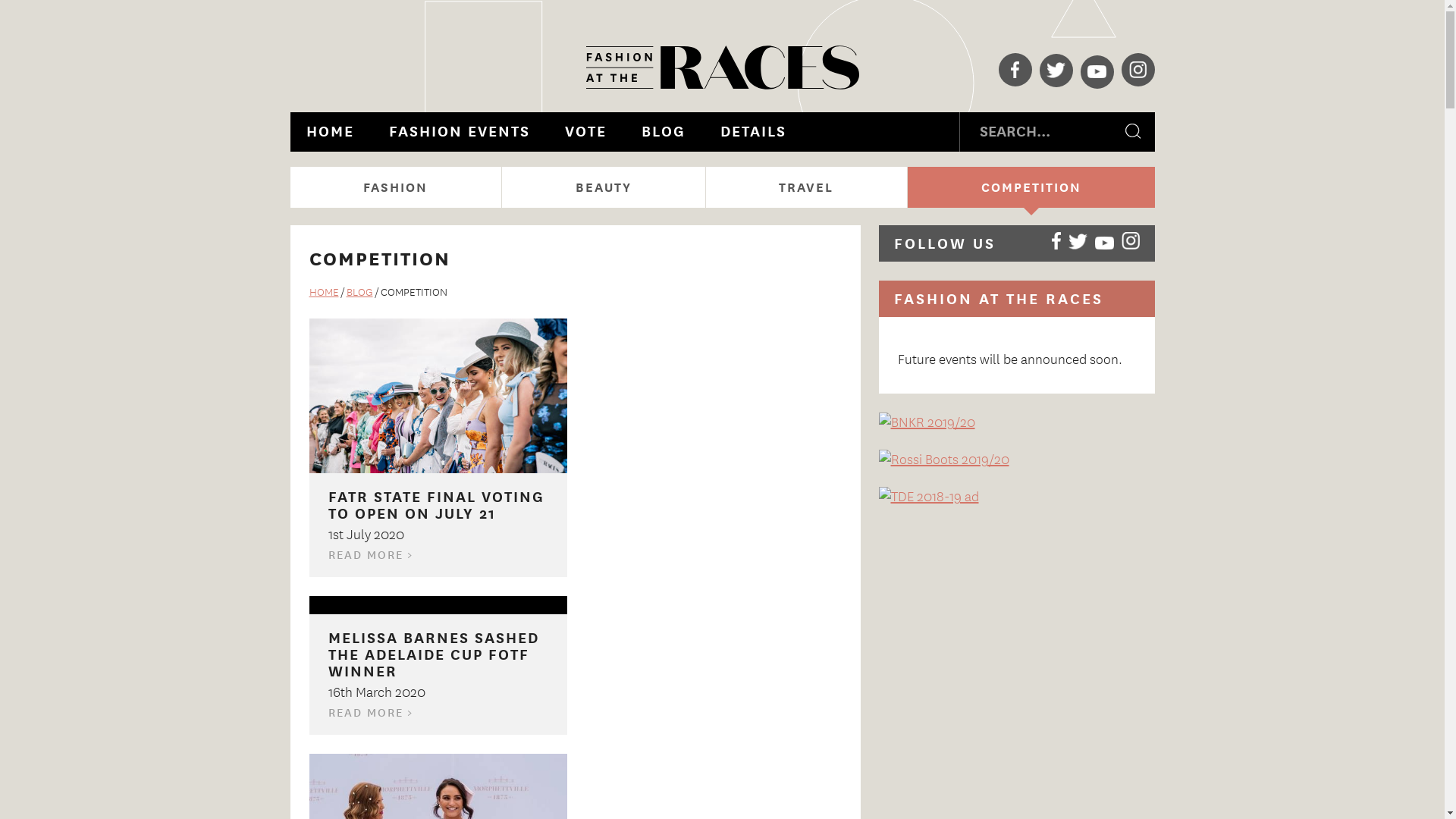  What do you see at coordinates (1031, 186) in the screenshot?
I see `'COMPETITION'` at bounding box center [1031, 186].